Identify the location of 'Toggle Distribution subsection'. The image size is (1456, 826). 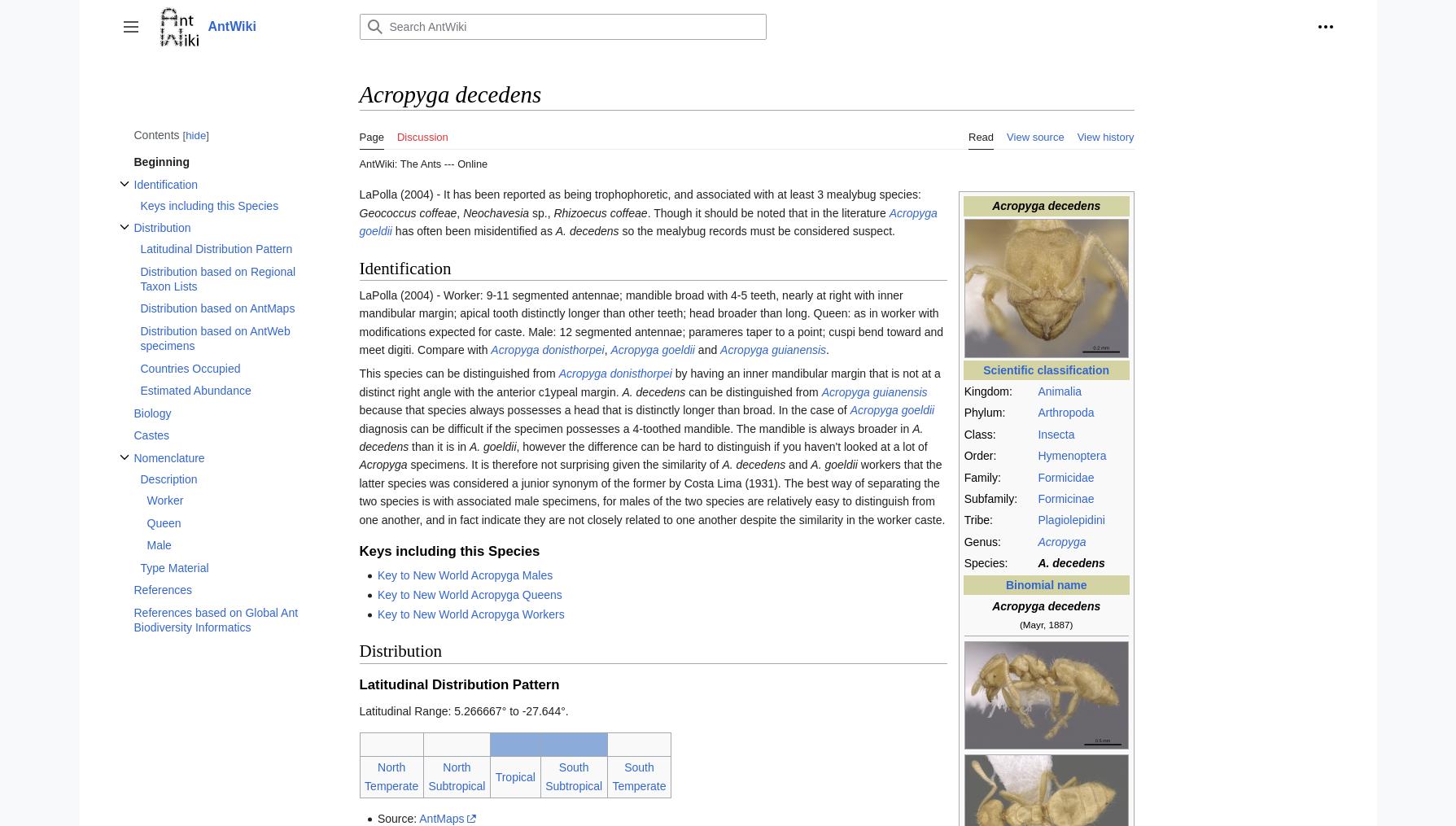
(179, 239).